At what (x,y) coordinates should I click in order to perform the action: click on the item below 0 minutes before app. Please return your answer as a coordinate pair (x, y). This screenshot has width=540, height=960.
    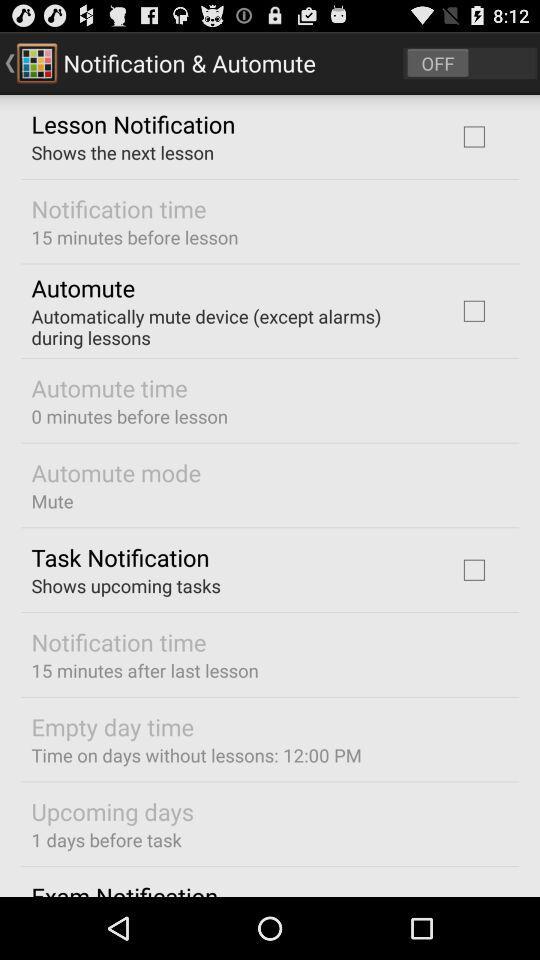
    Looking at the image, I should click on (116, 472).